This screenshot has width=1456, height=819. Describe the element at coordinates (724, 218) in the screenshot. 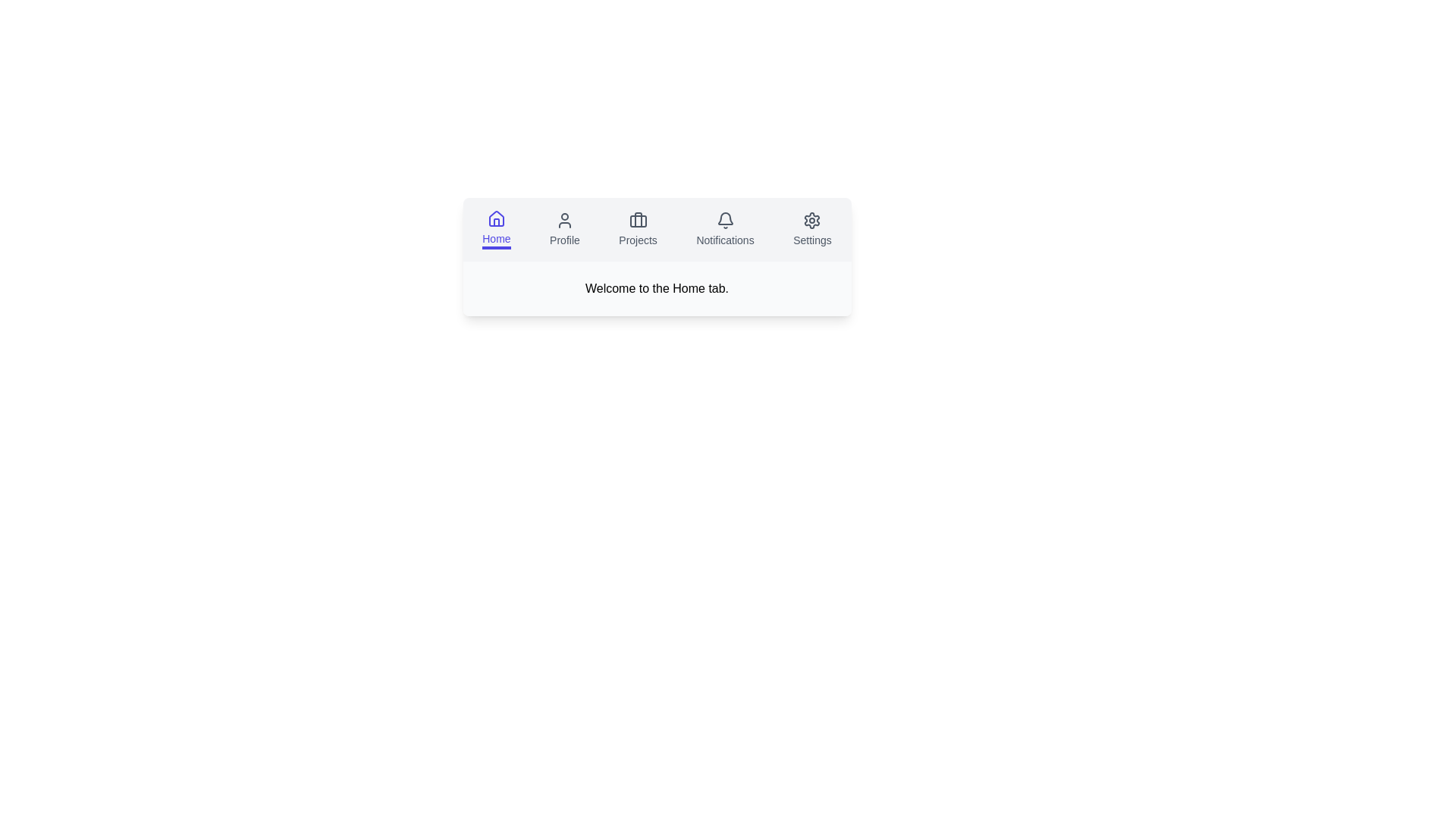

I see `the bell icon segment representing notifications in the navigation section of the interface` at that location.